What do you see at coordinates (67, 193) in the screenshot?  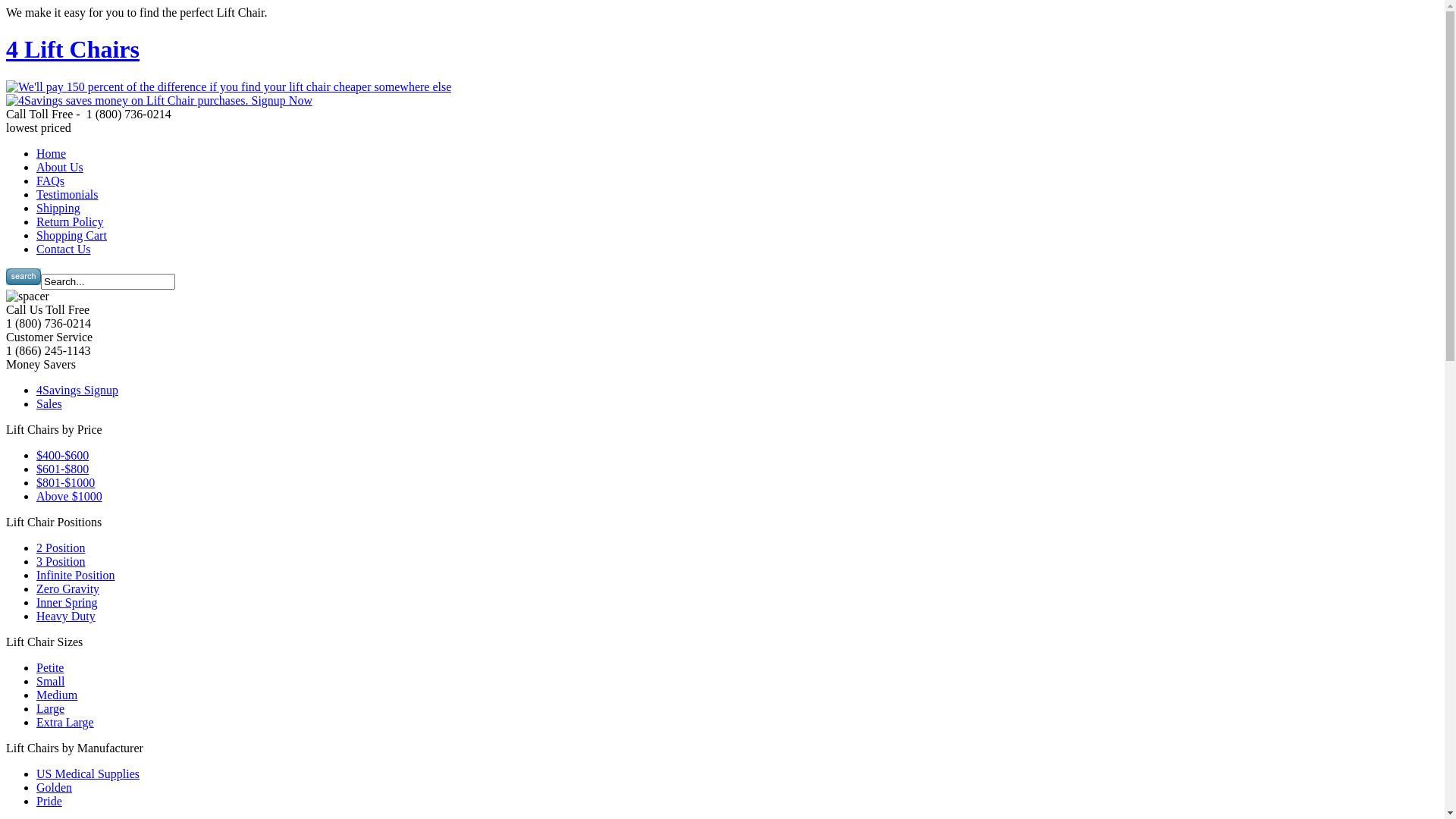 I see `'Testimonials'` at bounding box center [67, 193].